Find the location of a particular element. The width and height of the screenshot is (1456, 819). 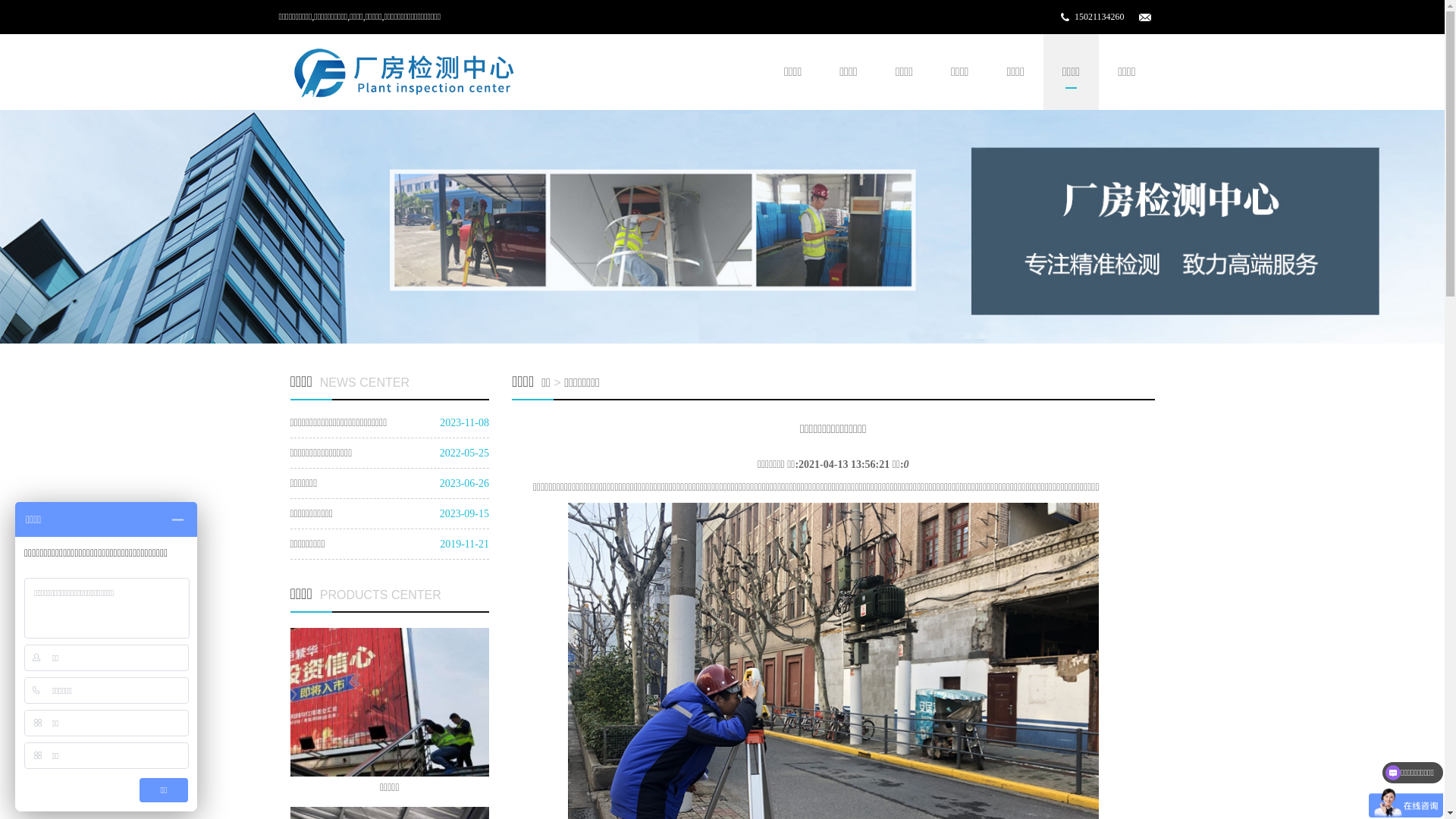

'15021134260' is located at coordinates (1073, 17).